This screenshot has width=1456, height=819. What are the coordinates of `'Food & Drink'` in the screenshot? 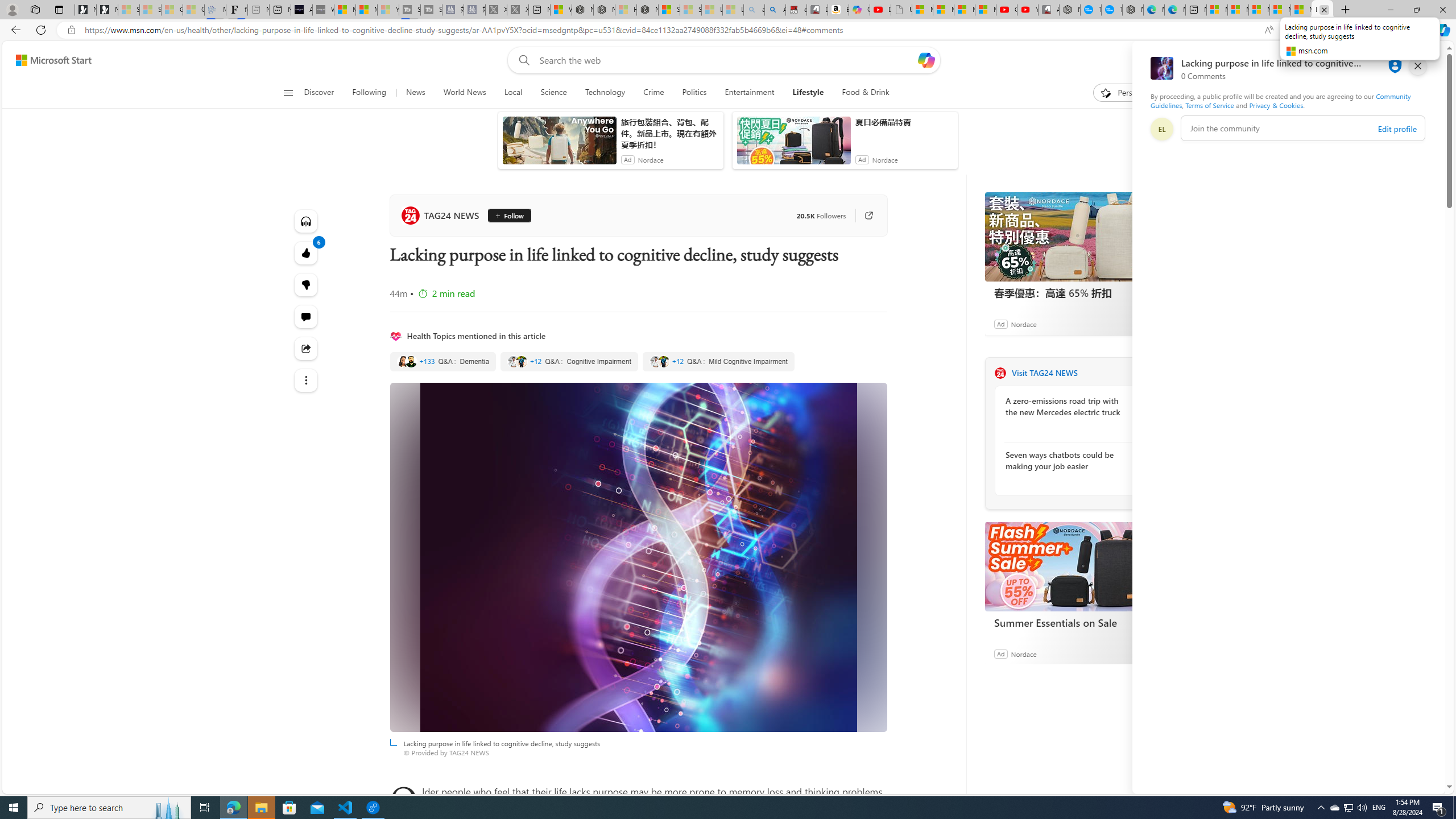 It's located at (861, 92).